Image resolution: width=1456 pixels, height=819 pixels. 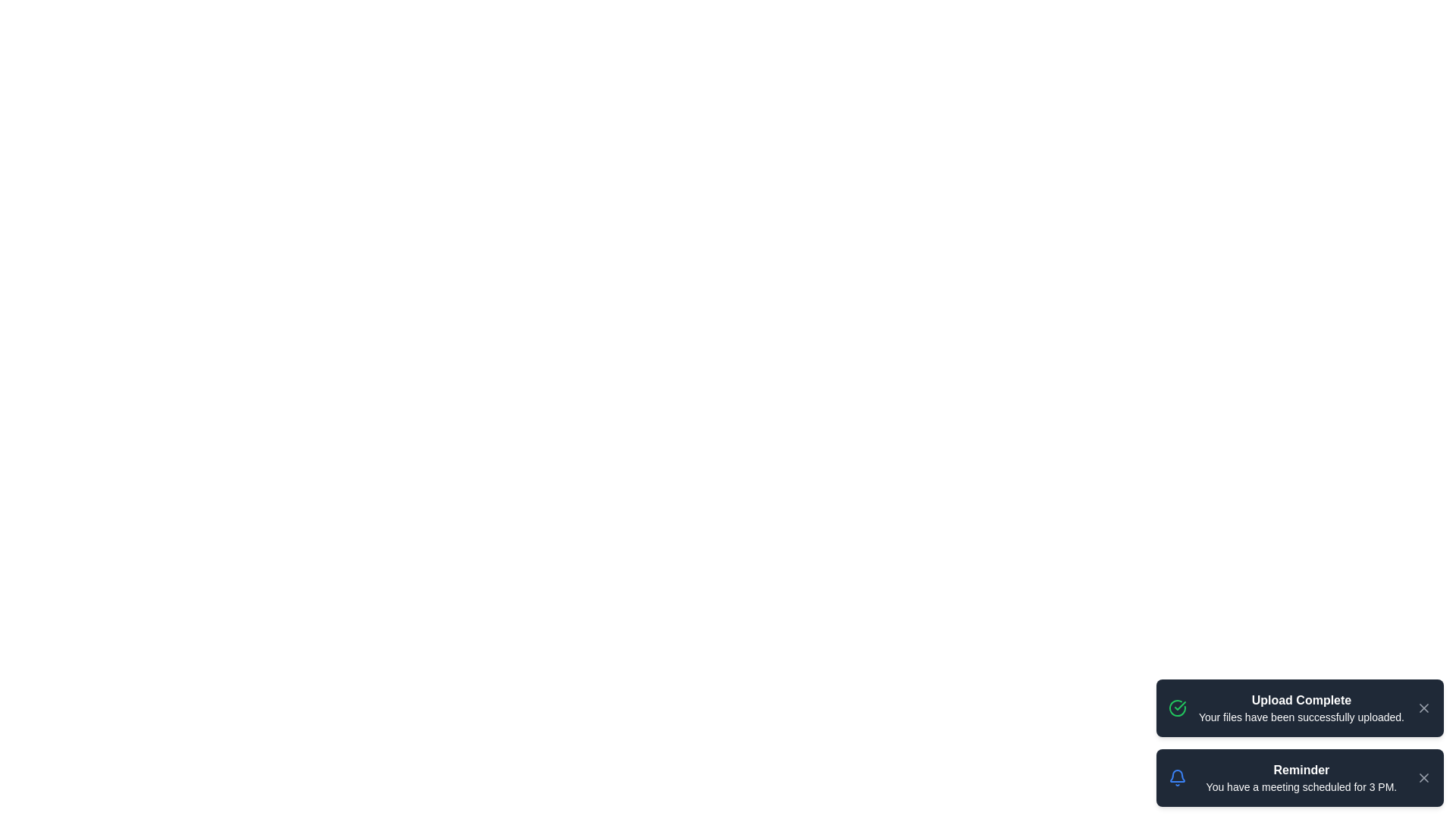 I want to click on the close button of the notification with title 'Upload Complete', so click(x=1423, y=708).